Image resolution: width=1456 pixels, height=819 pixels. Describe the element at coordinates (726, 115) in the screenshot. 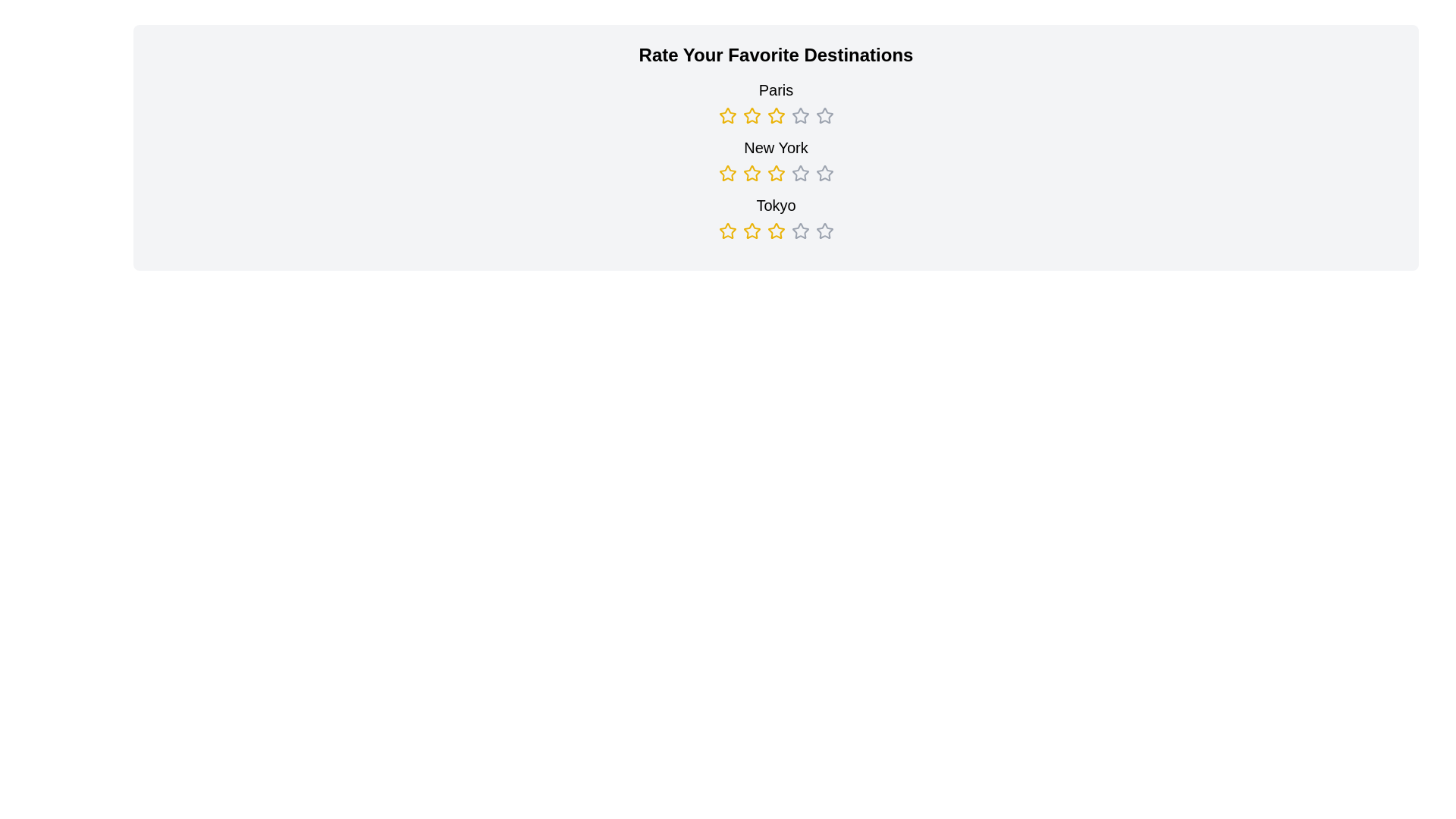

I see `the first yellow star icon` at that location.